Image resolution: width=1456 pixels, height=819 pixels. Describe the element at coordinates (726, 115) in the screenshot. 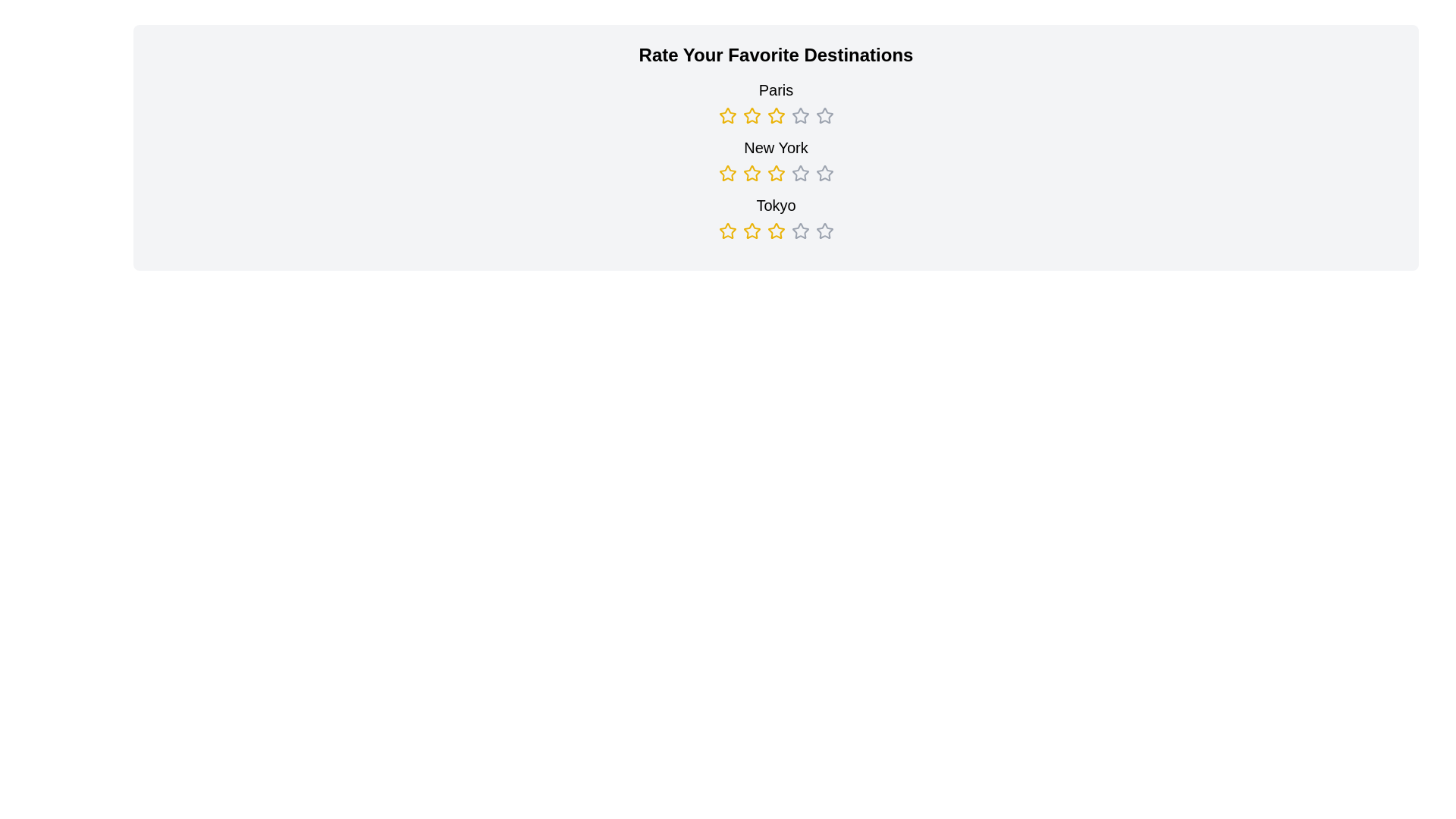

I see `the first yellow star icon` at that location.